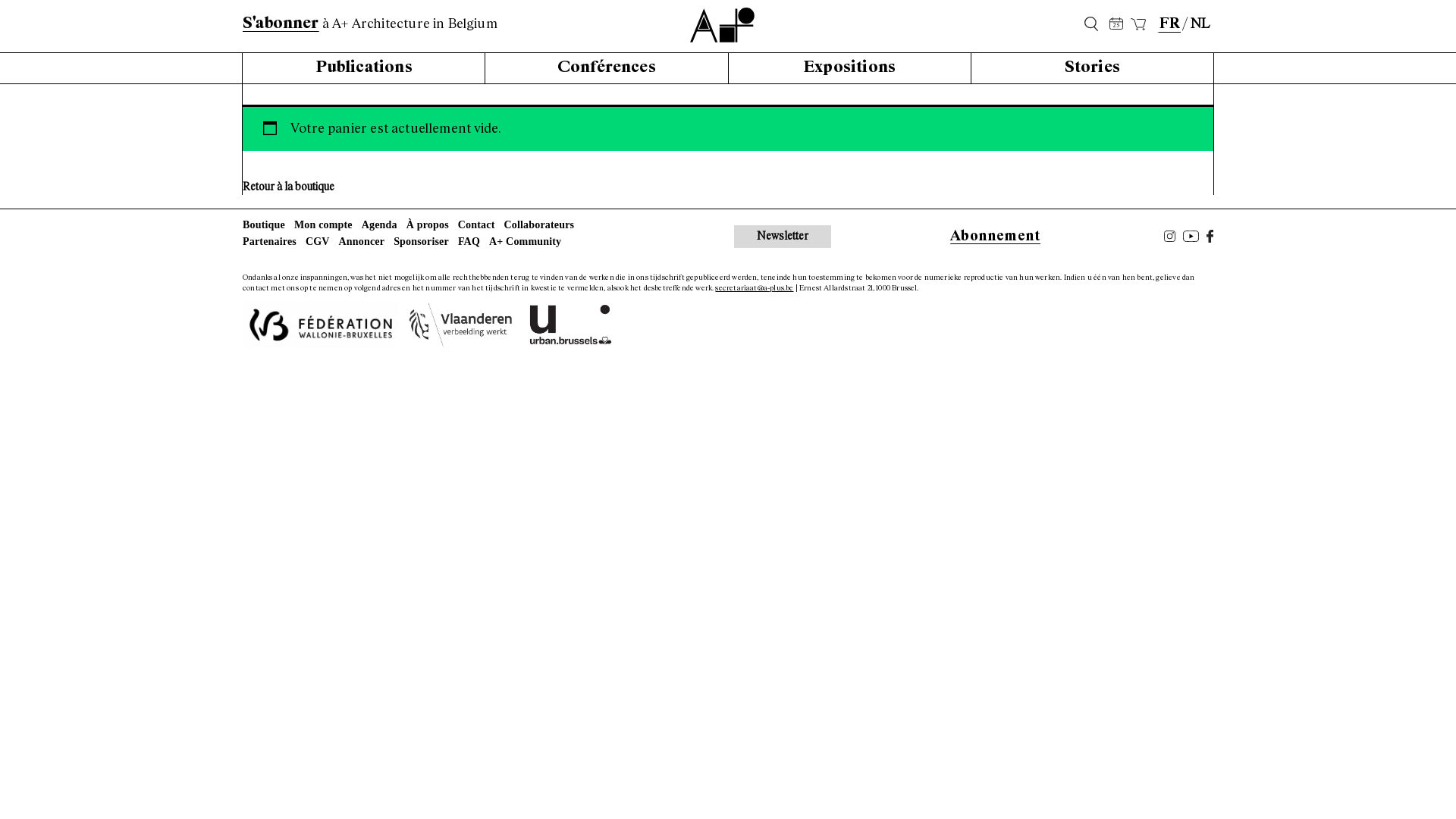 This screenshot has height=819, width=1456. Describe the element at coordinates (269, 240) in the screenshot. I see `'Partenaires'` at that location.